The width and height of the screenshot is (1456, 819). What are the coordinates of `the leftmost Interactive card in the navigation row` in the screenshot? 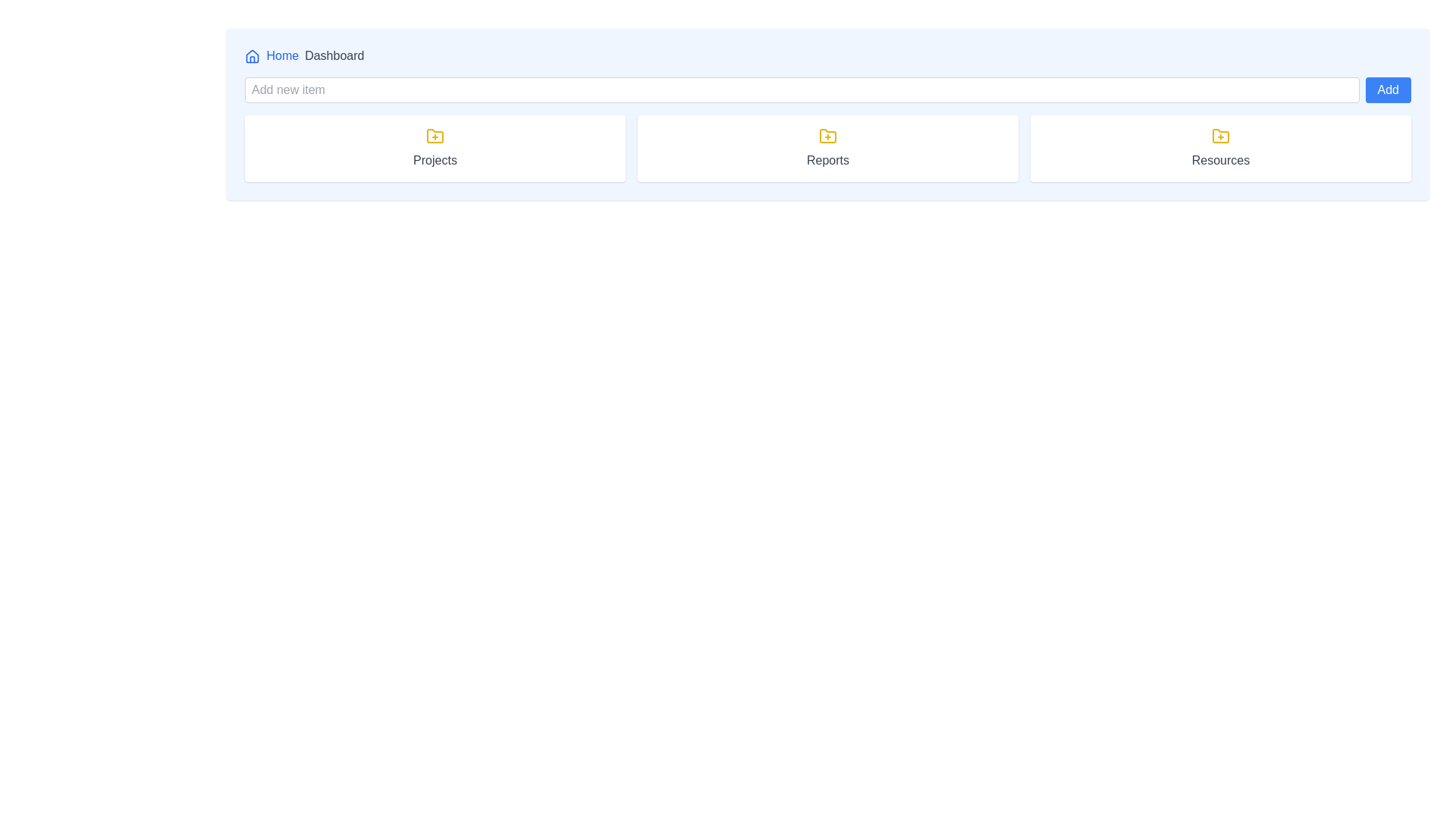 It's located at (435, 149).